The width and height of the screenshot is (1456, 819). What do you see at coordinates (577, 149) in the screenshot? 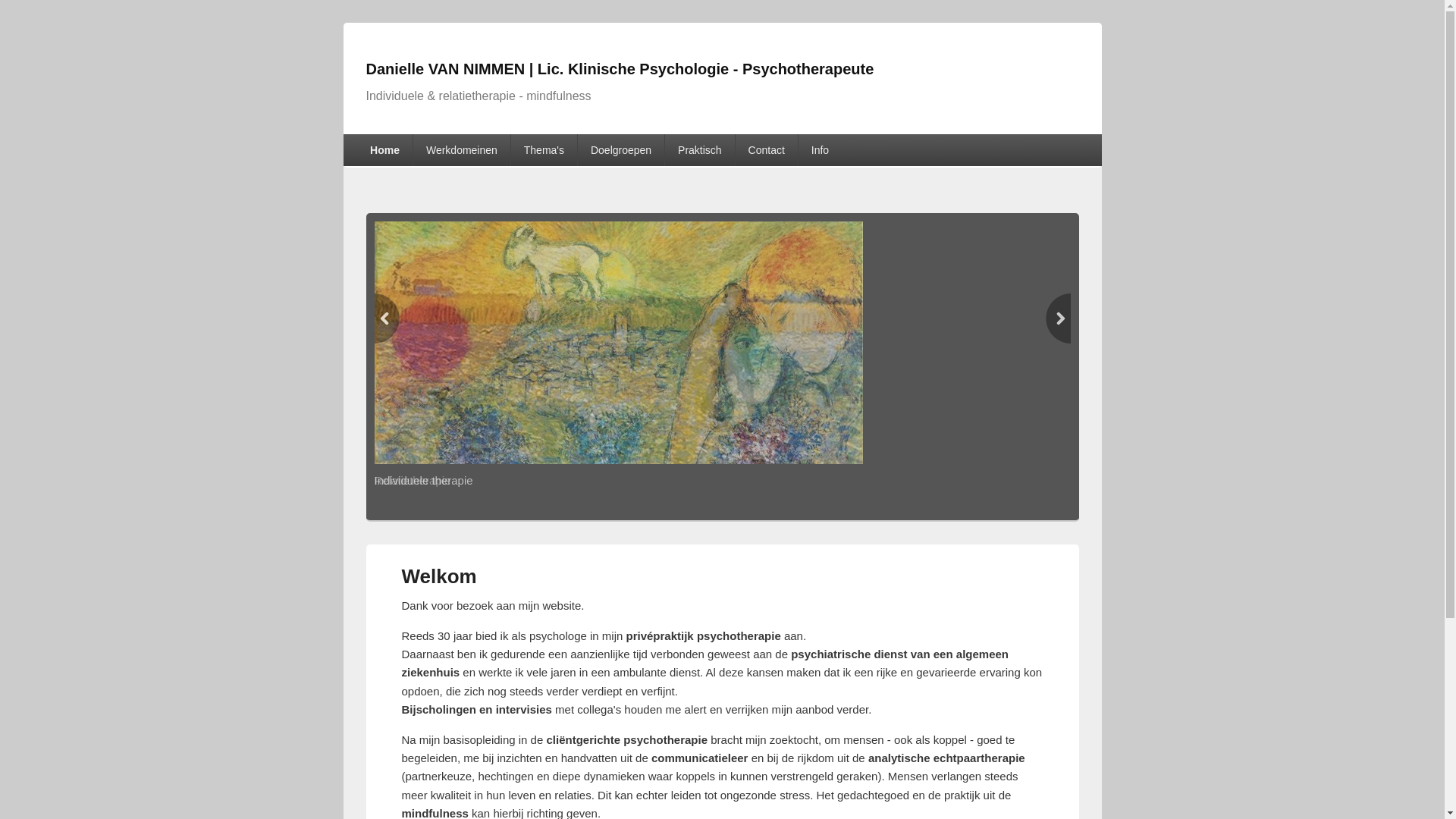
I see `'Doelgroepen'` at bounding box center [577, 149].